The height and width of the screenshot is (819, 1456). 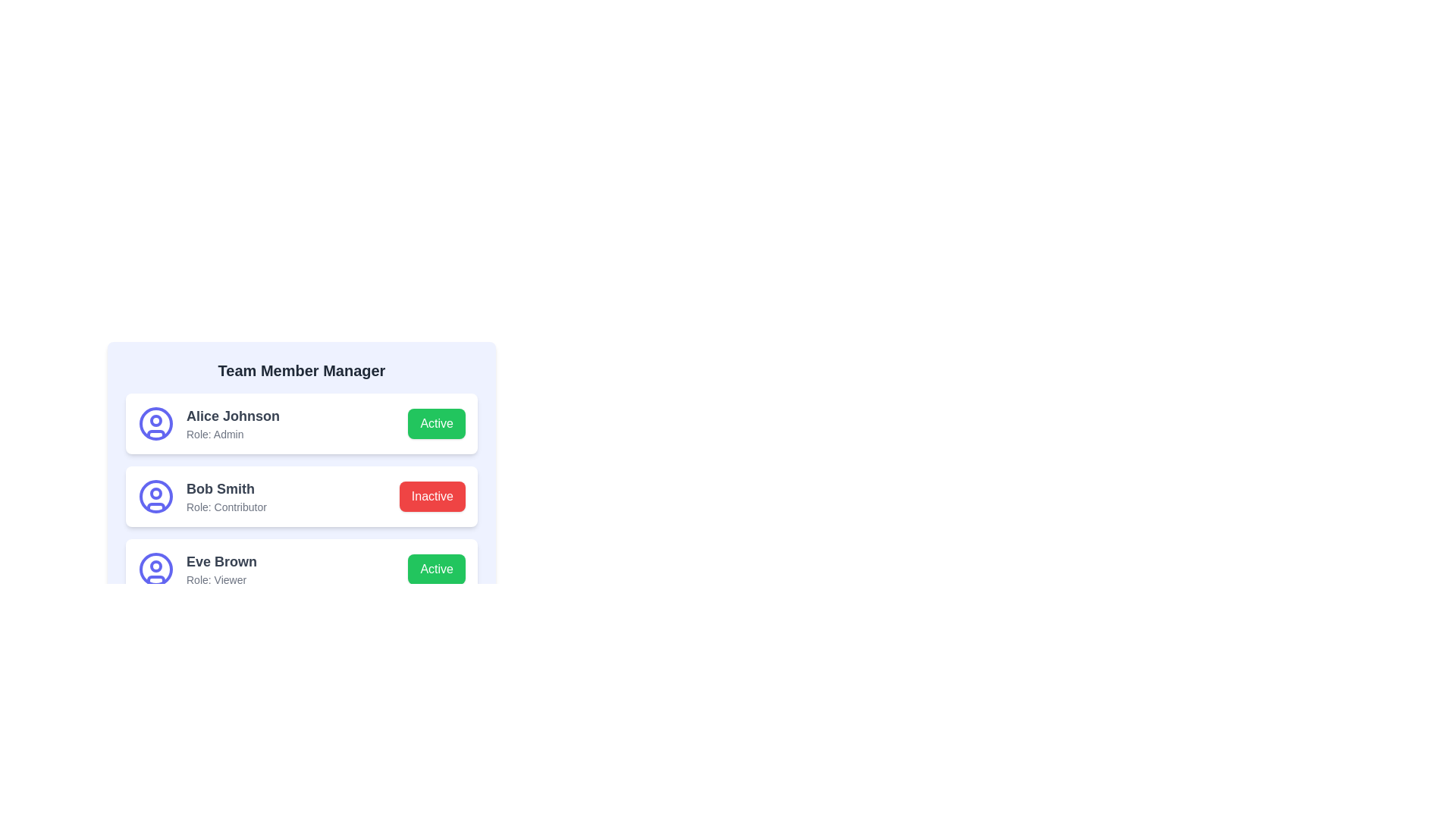 I want to click on the green button labeled 'Active', so click(x=436, y=570).